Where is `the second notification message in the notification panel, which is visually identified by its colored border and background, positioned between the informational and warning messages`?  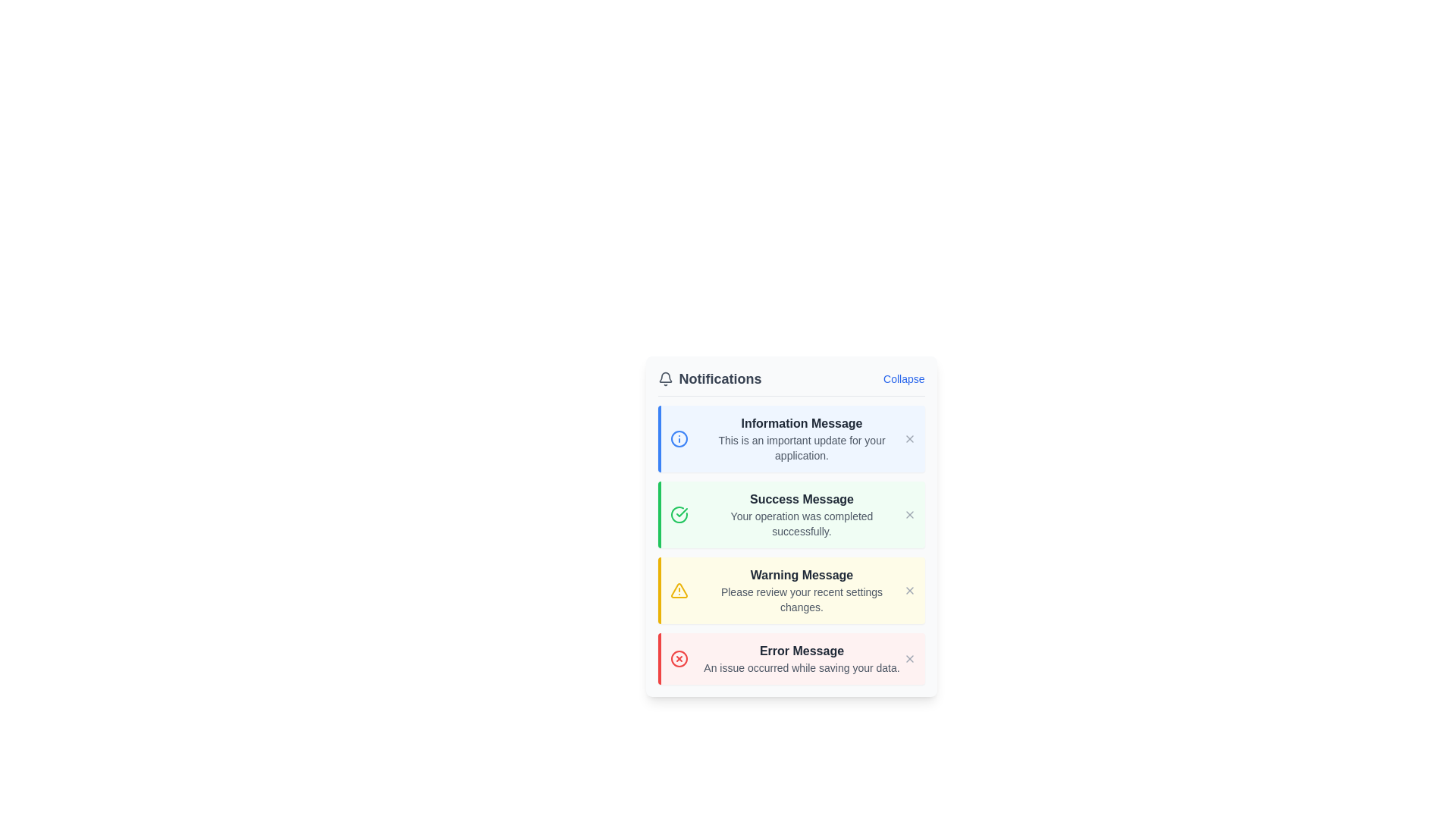 the second notification message in the notification panel, which is visually identified by its colored border and background, positioned between the informational and warning messages is located at coordinates (790, 544).